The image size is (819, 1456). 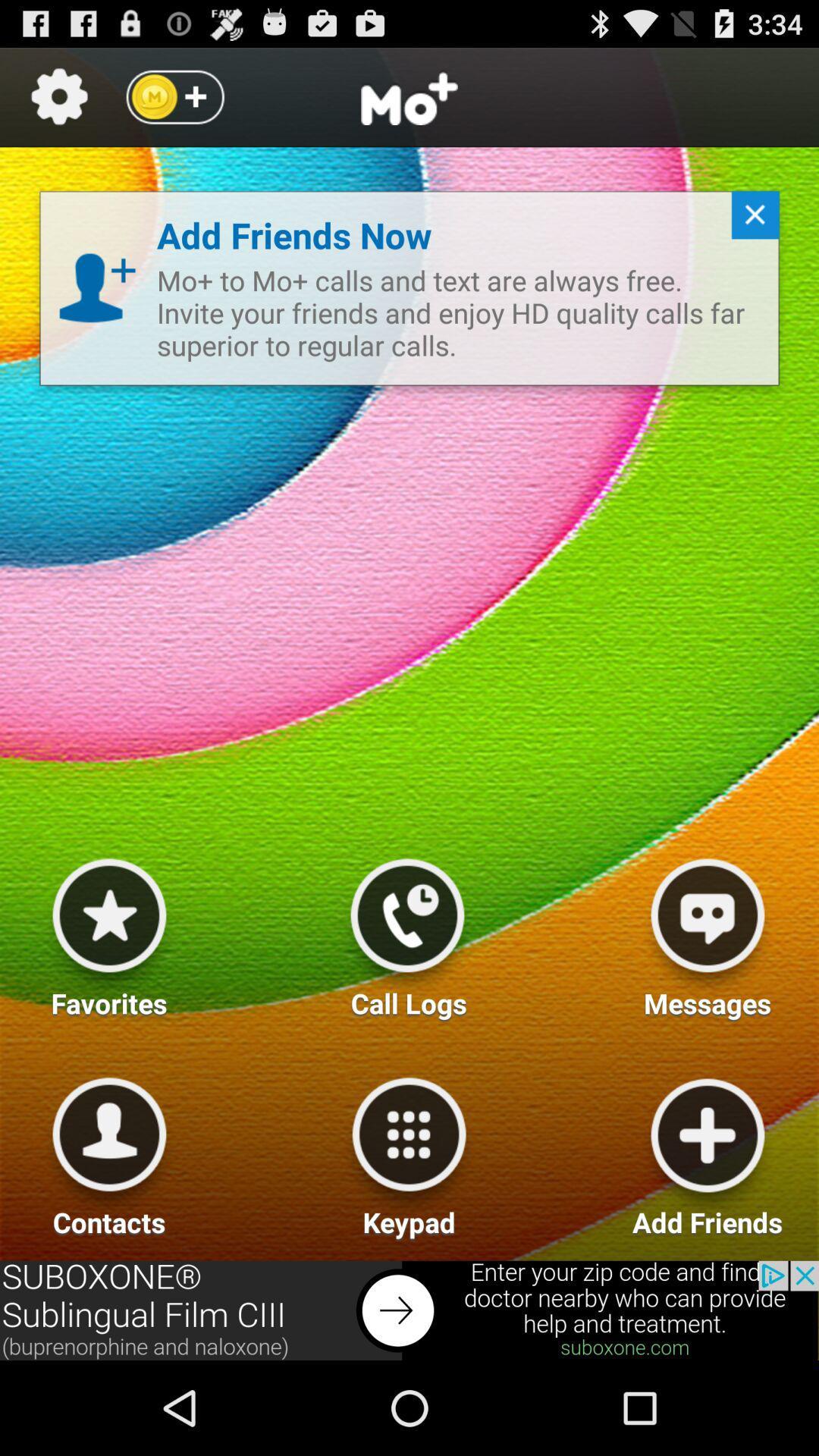 What do you see at coordinates (108, 931) in the screenshot?
I see `open favorites` at bounding box center [108, 931].